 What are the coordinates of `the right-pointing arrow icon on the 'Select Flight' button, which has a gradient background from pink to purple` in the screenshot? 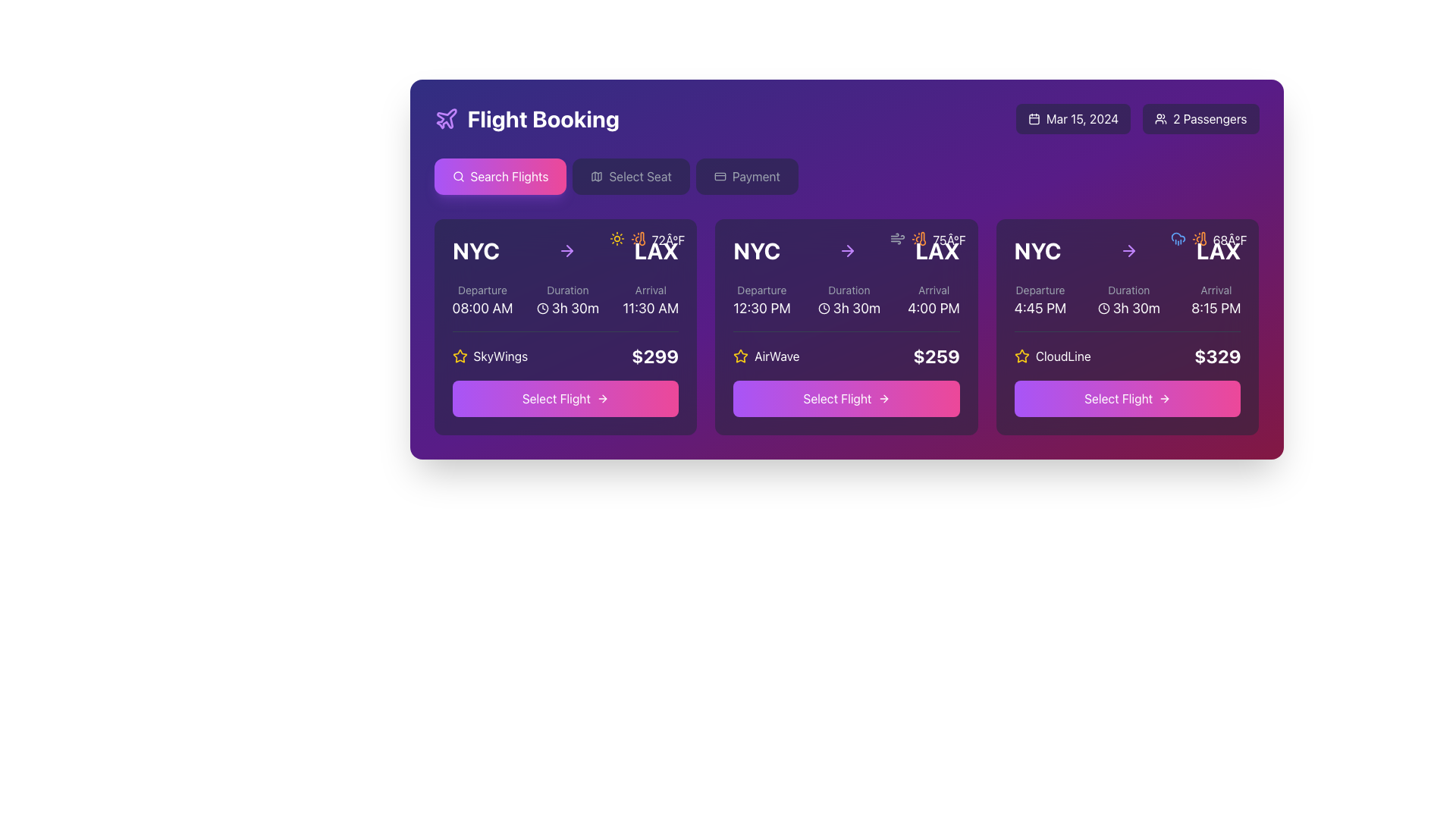 It's located at (601, 397).